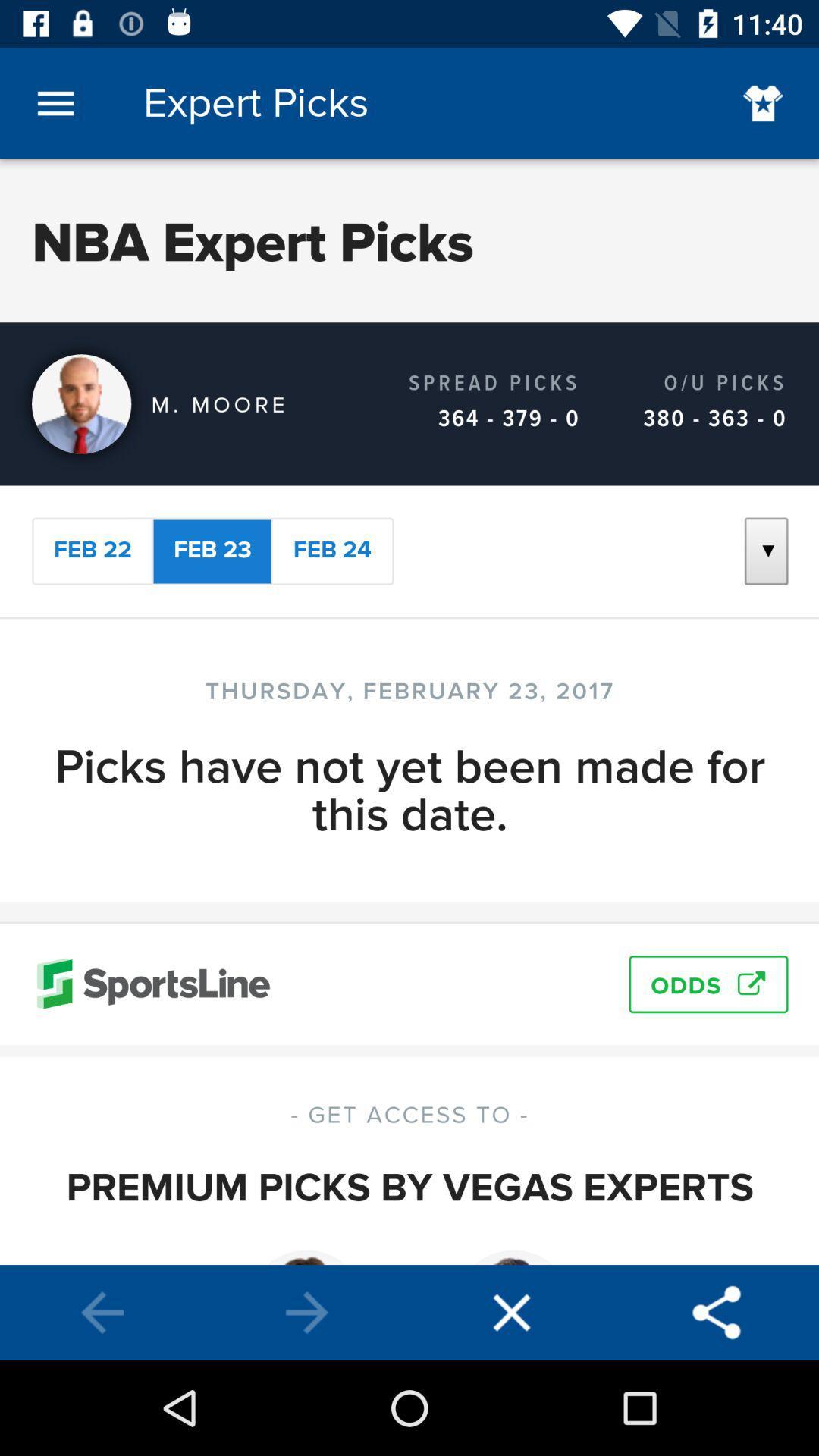 The image size is (819, 1456). Describe the element at coordinates (102, 1312) in the screenshot. I see `back option` at that location.